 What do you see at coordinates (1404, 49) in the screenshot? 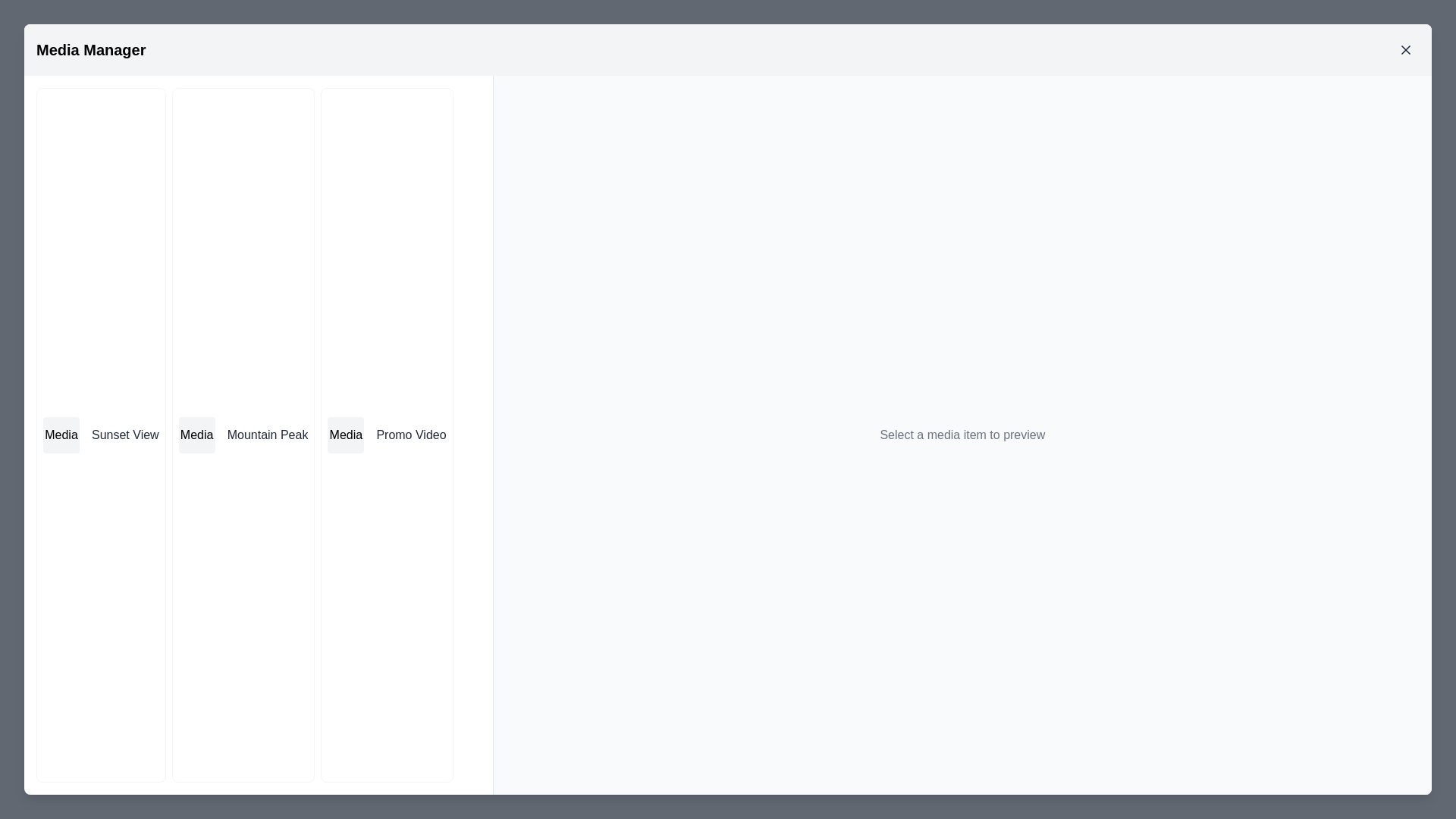
I see `the round button with an 'X' icon in the header bar of 'Media Manager' to observe its hover effect` at bounding box center [1404, 49].